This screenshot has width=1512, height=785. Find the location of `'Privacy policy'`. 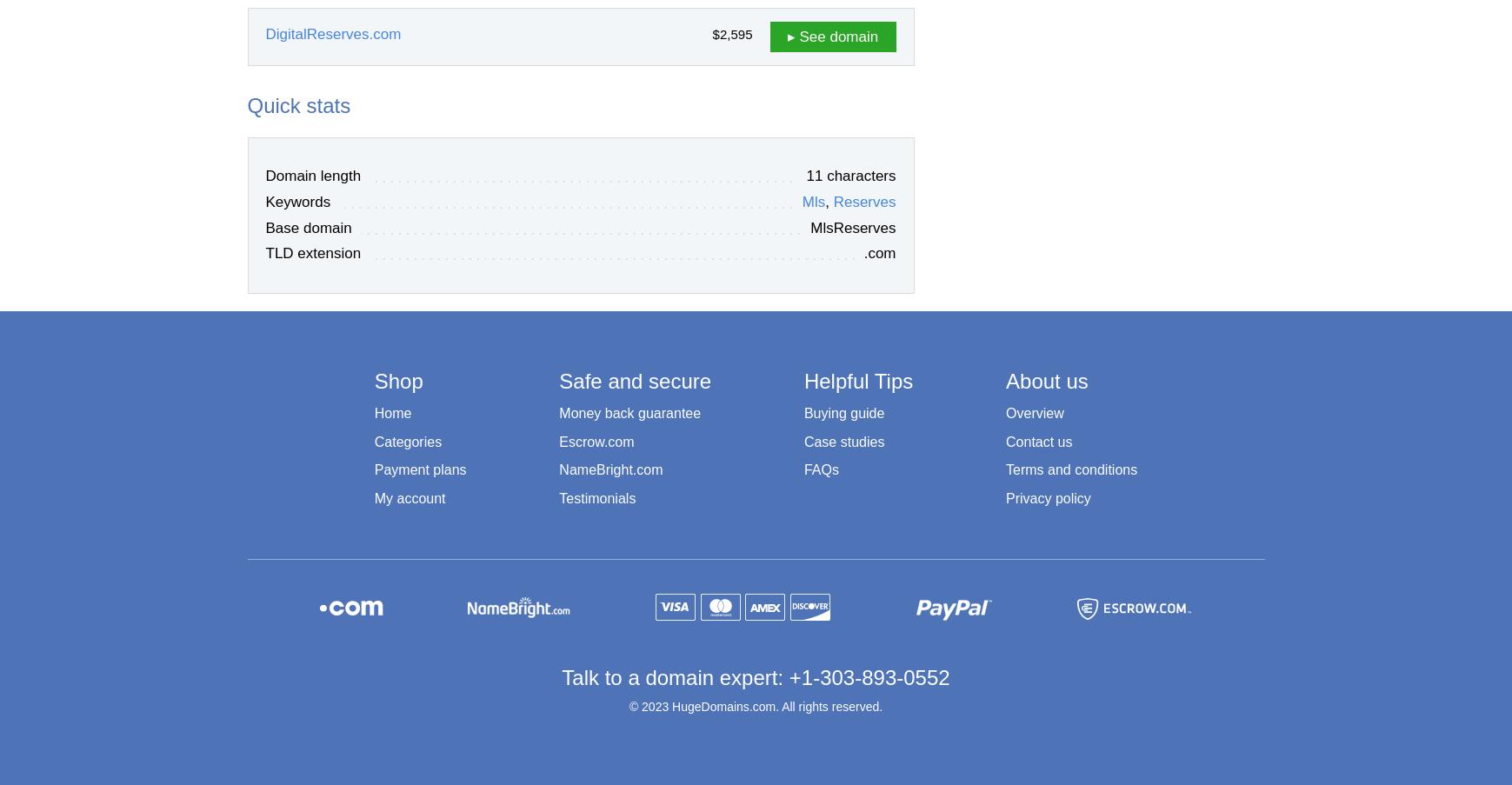

'Privacy policy' is located at coordinates (1047, 497).